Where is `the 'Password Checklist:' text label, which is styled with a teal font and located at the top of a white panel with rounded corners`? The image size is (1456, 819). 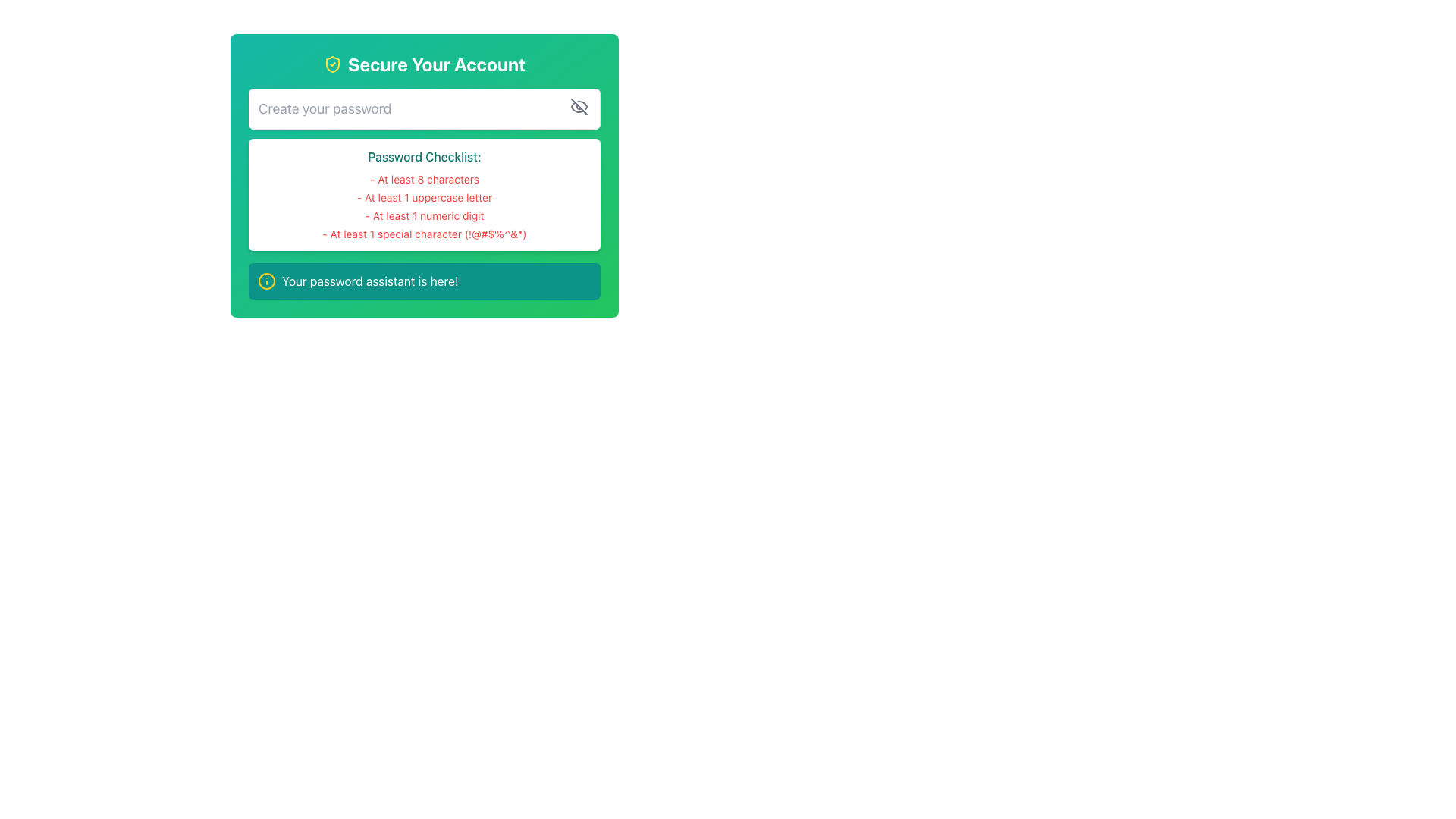 the 'Password Checklist:' text label, which is styled with a teal font and located at the top of a white panel with rounded corners is located at coordinates (425, 157).